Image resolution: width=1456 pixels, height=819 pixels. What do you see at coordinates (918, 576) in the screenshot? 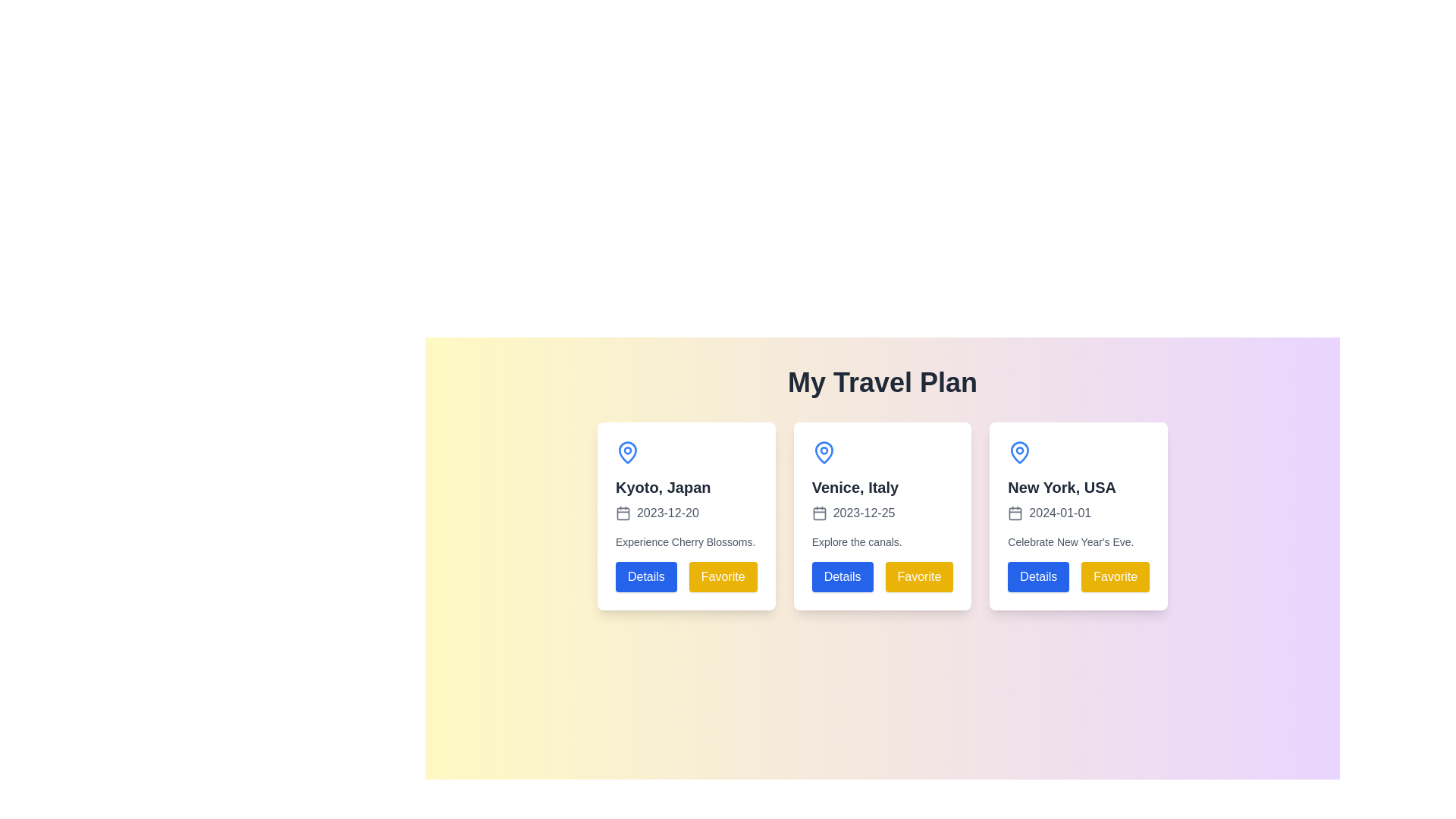
I see `the 'Favorite' button located at the bottom-right corner of the middle card in the 'My Travel Plan' section` at bounding box center [918, 576].